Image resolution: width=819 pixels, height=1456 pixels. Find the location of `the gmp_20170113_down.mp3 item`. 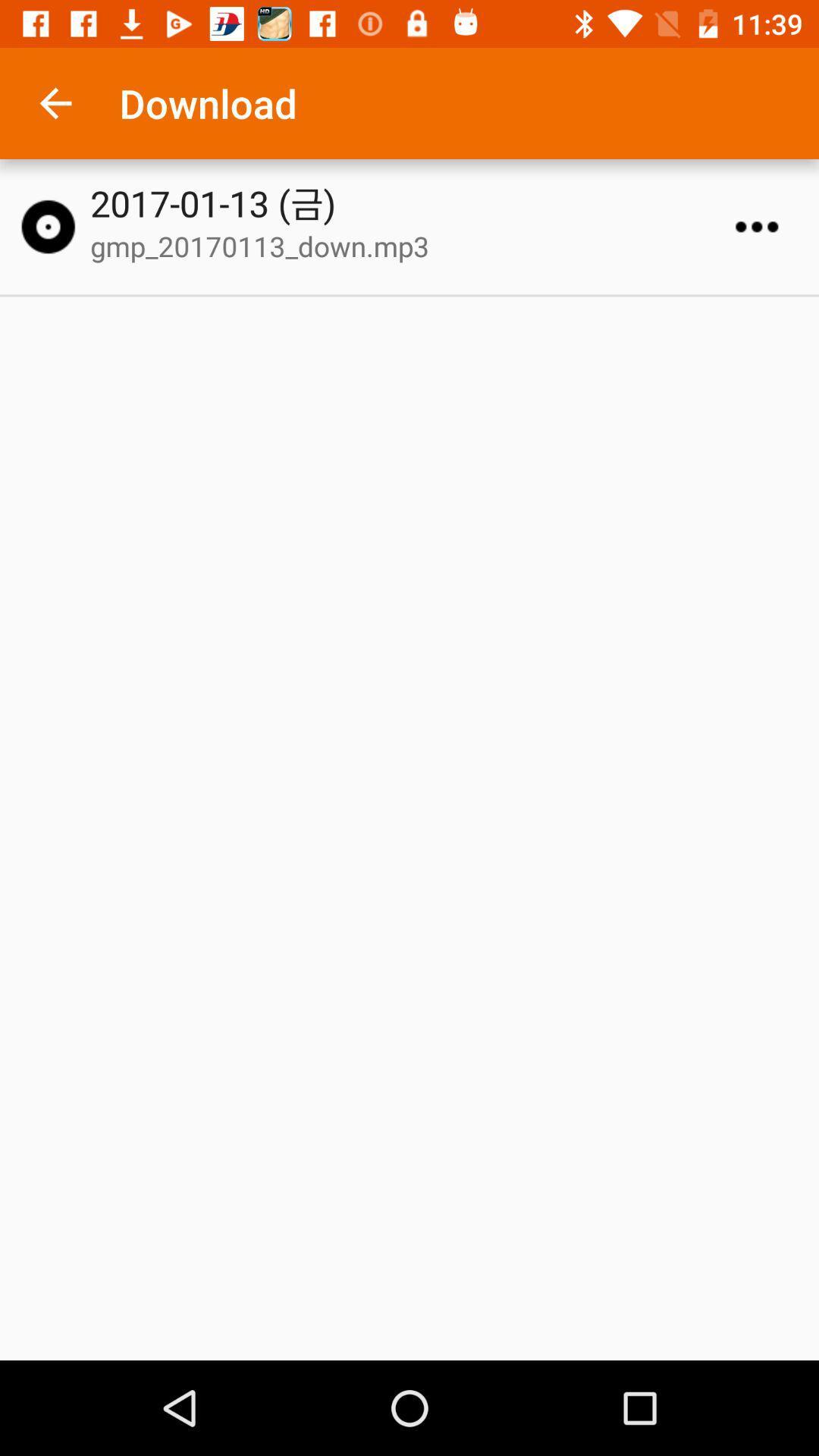

the gmp_20170113_down.mp3 item is located at coordinates (416, 246).